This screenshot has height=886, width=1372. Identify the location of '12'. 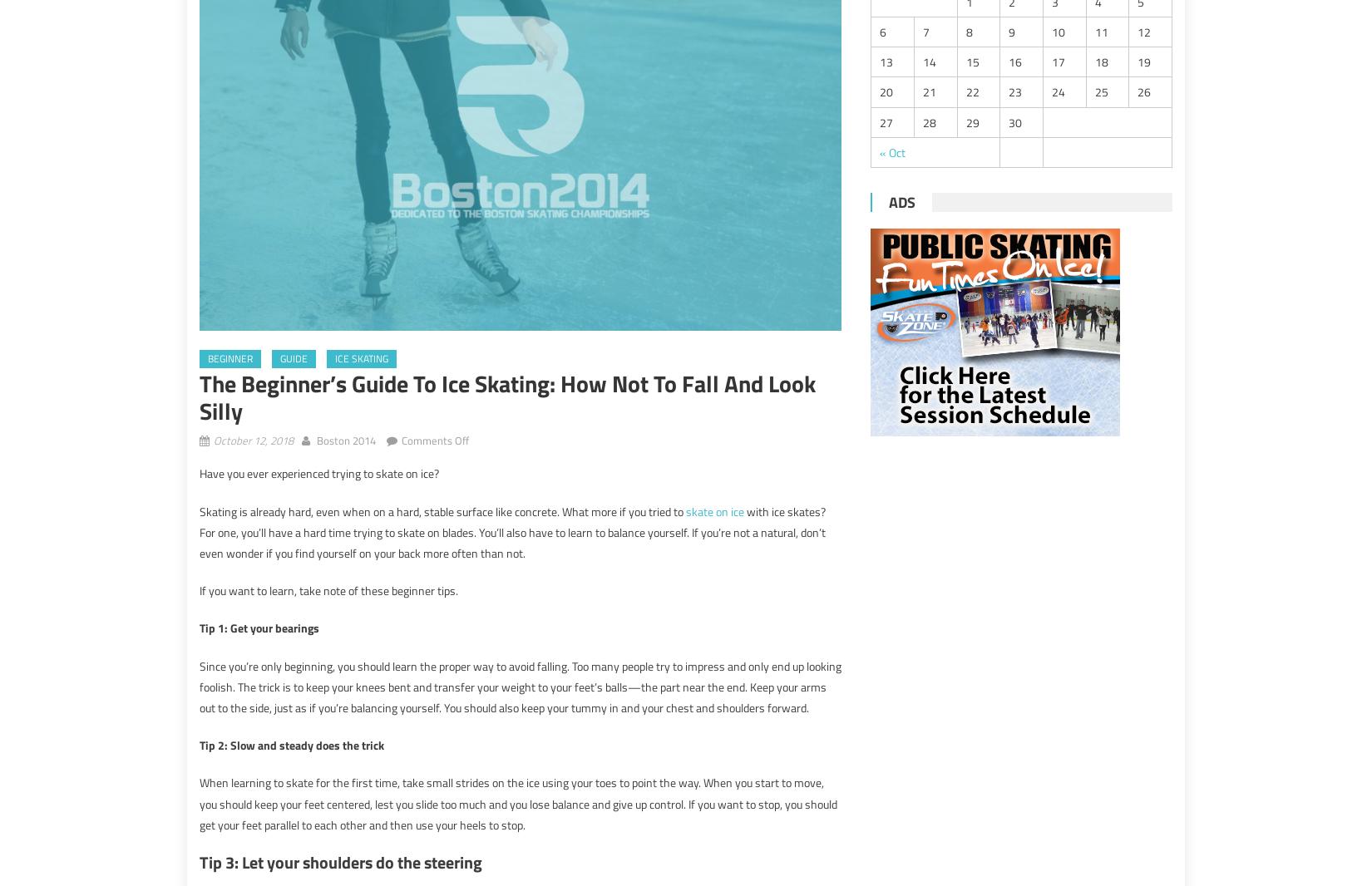
(1143, 31).